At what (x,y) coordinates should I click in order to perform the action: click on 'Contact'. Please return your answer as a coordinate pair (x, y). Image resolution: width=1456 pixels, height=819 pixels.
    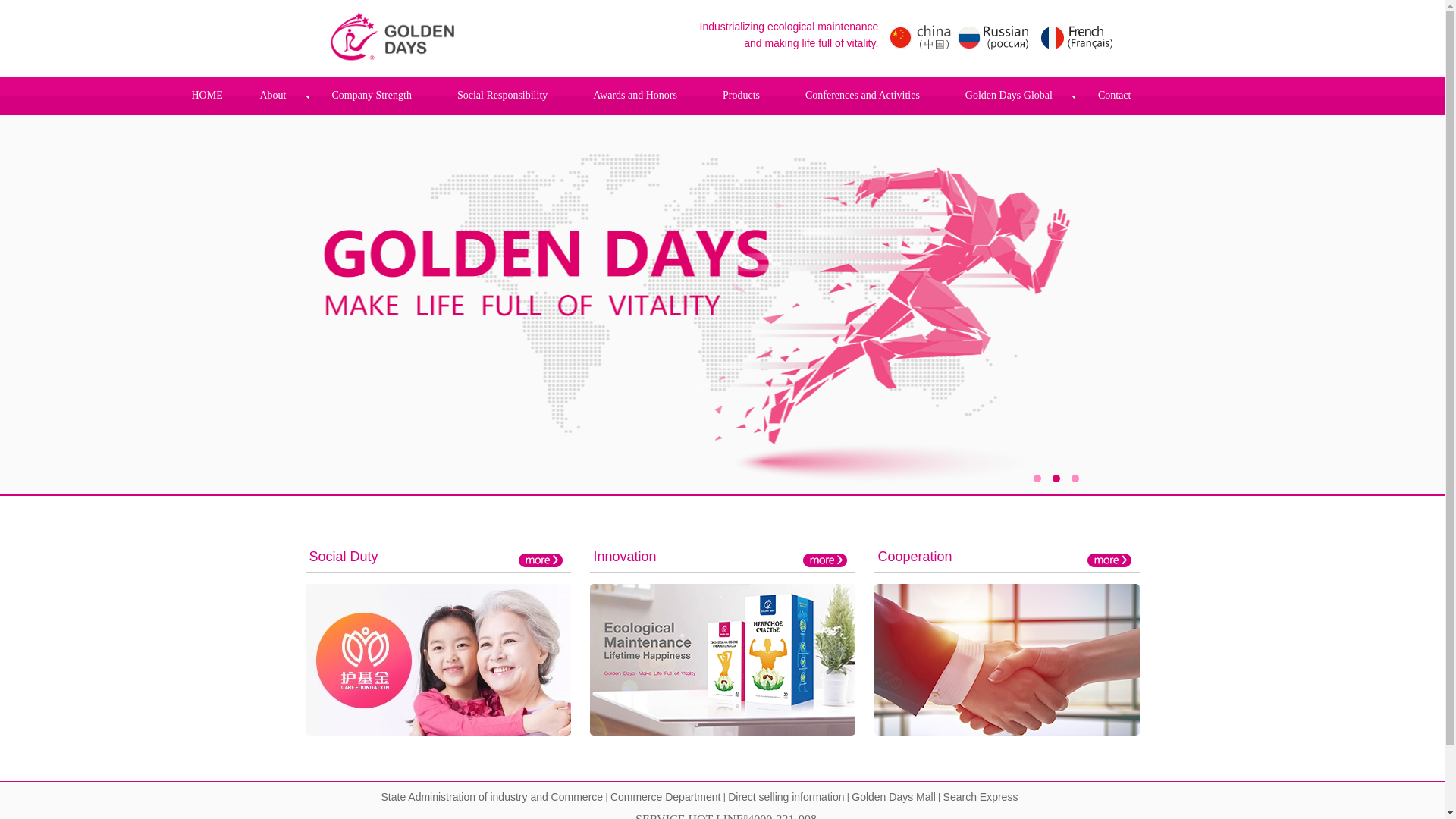
    Looking at the image, I should click on (1114, 96).